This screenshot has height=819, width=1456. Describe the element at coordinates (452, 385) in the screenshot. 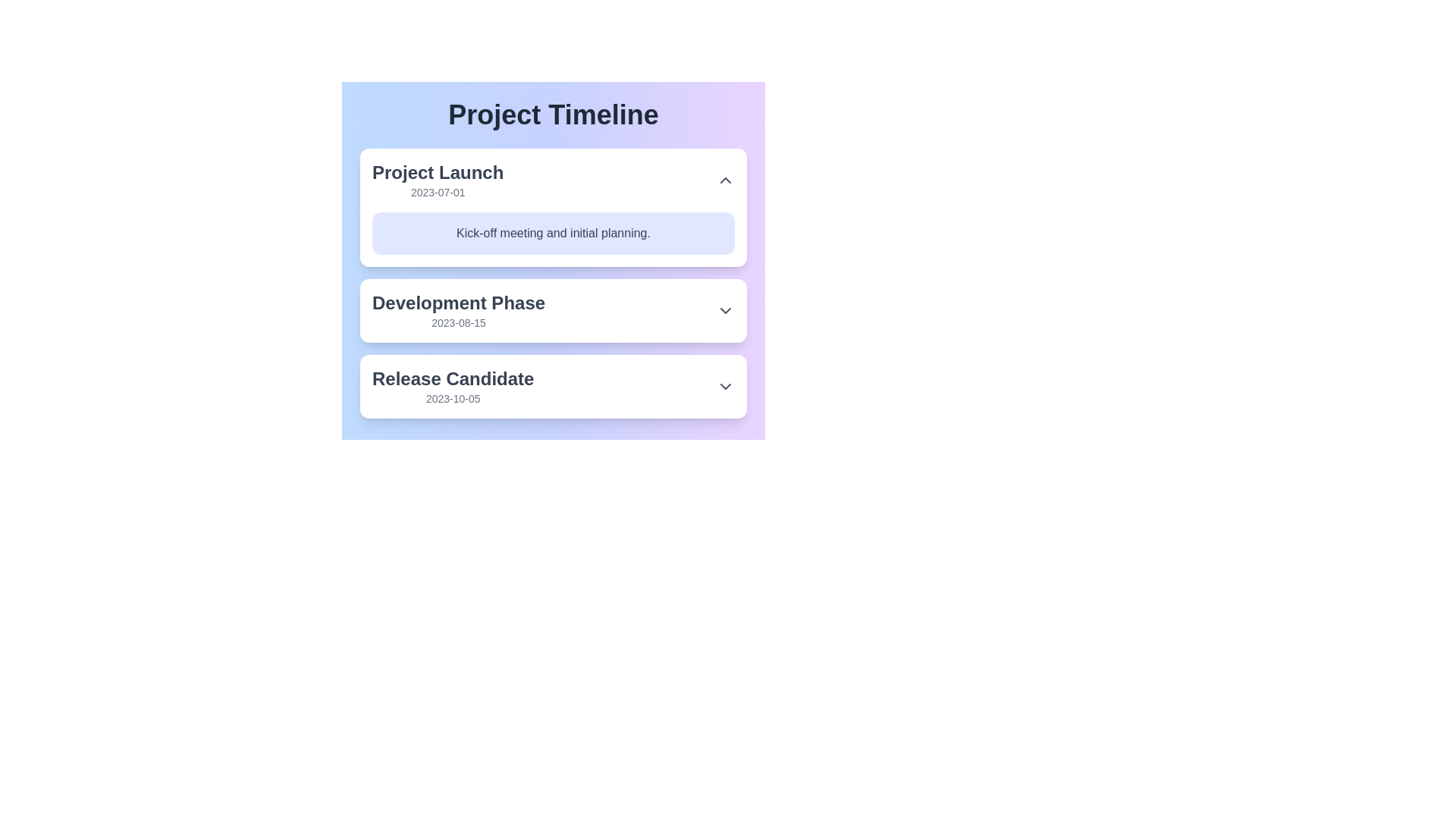

I see `the project phase title text in the 'Project Timeline' section` at that location.